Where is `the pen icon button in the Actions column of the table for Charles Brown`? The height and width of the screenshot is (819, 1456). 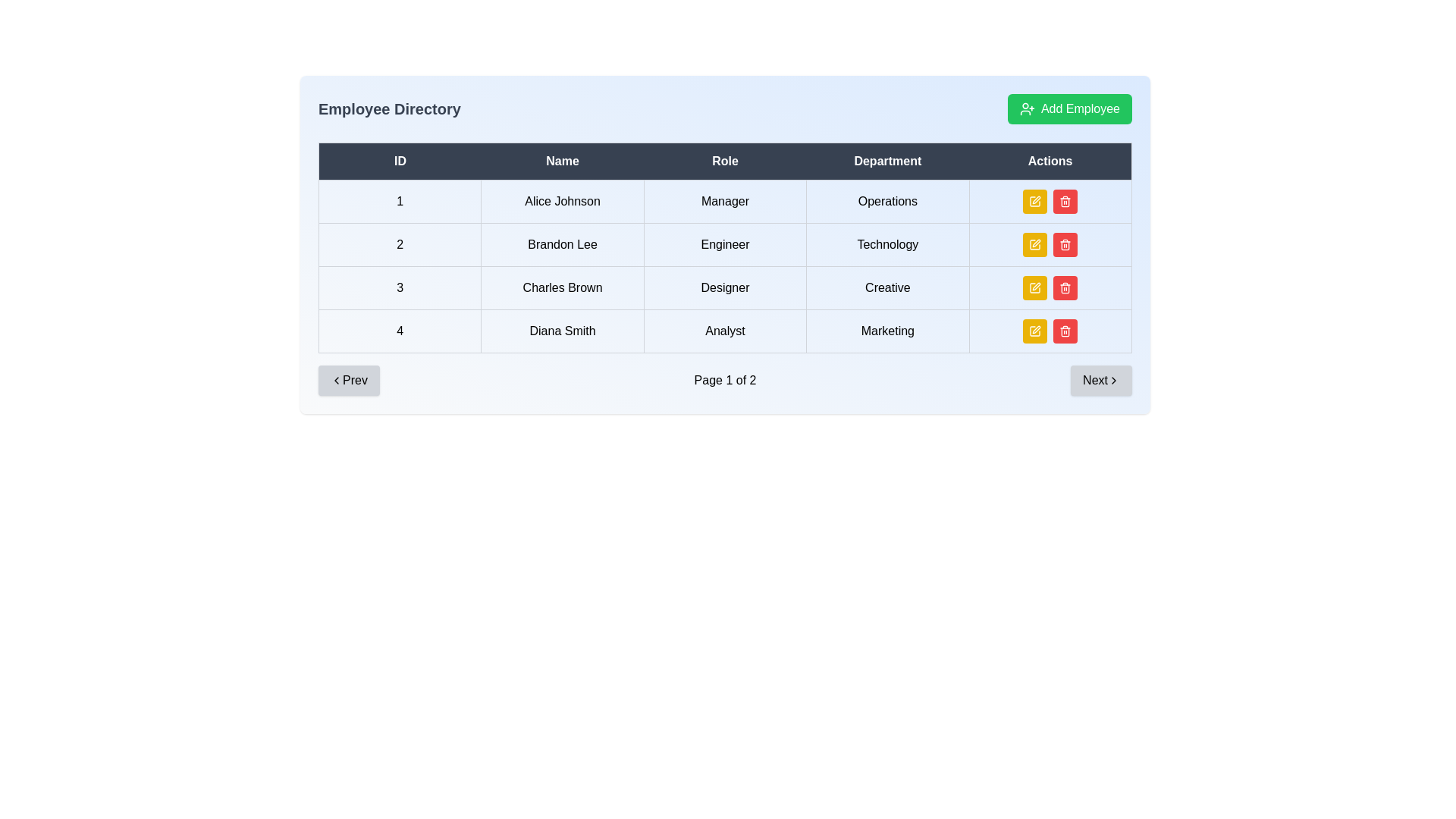 the pen icon button in the Actions column of the table for Charles Brown is located at coordinates (1036, 287).